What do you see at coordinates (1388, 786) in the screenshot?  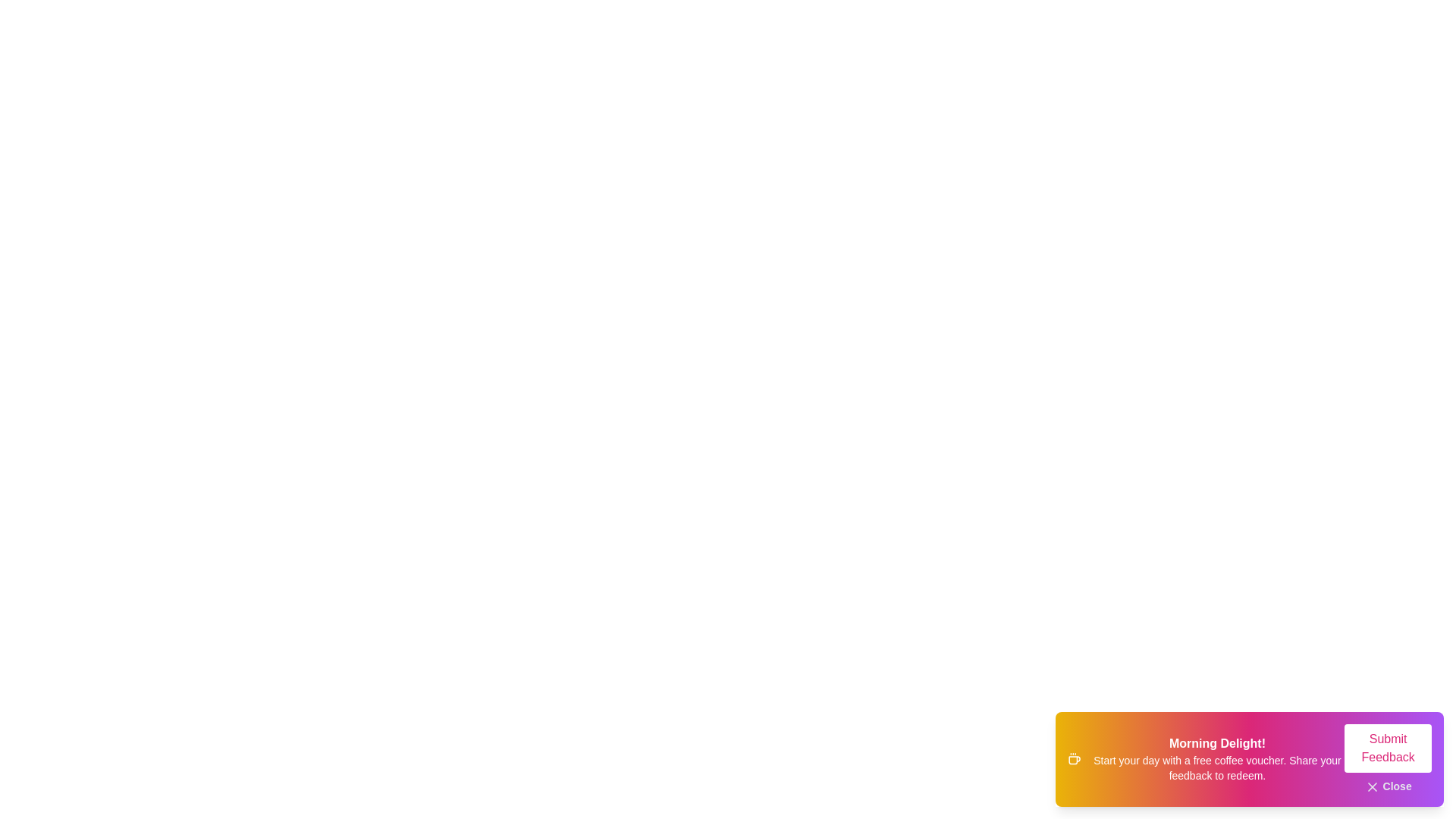 I see `the 'Close' button to hide the MorningEnergyBar` at bounding box center [1388, 786].